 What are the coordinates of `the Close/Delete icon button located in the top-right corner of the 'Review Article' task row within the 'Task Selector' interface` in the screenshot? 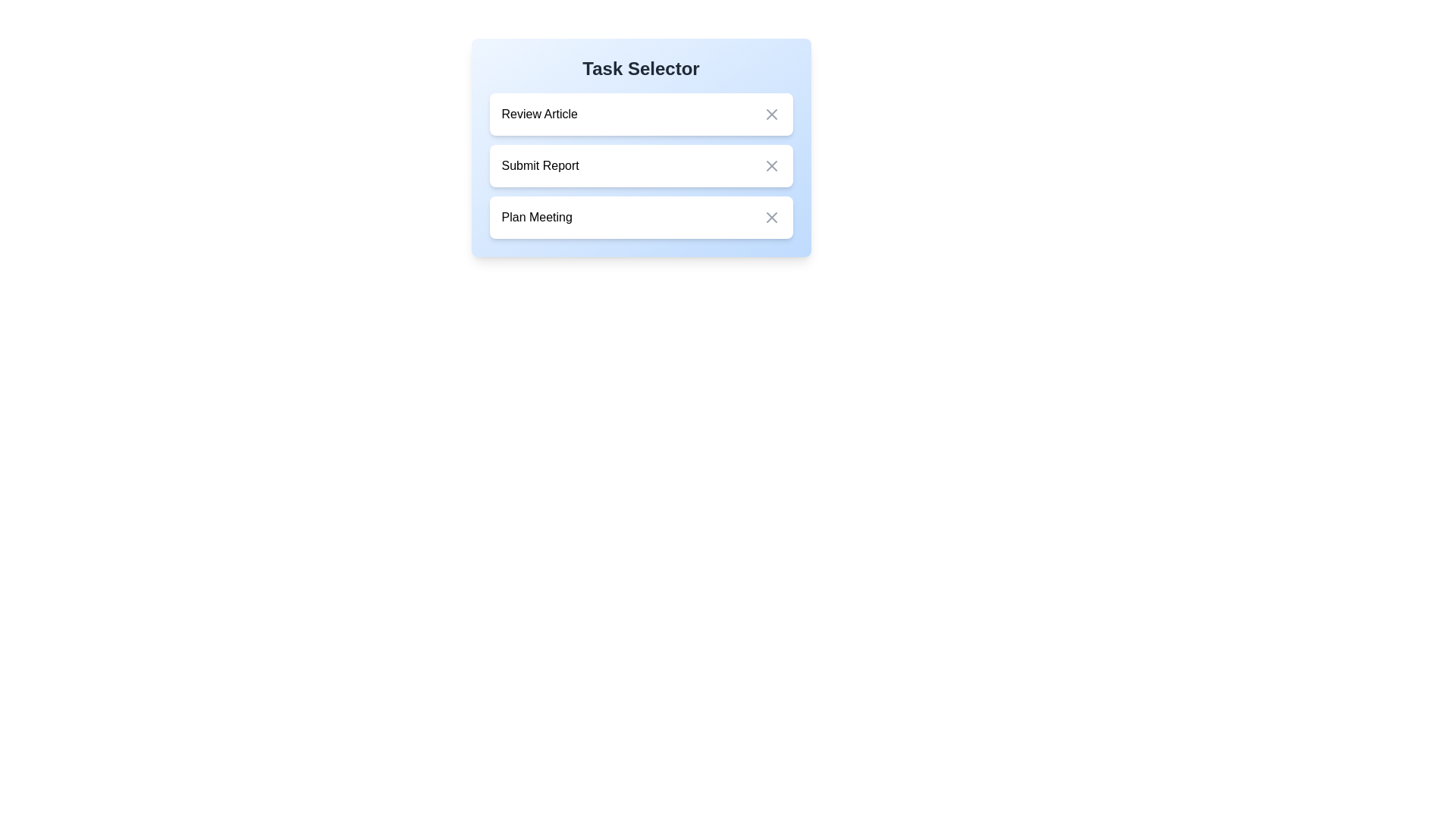 It's located at (771, 113).